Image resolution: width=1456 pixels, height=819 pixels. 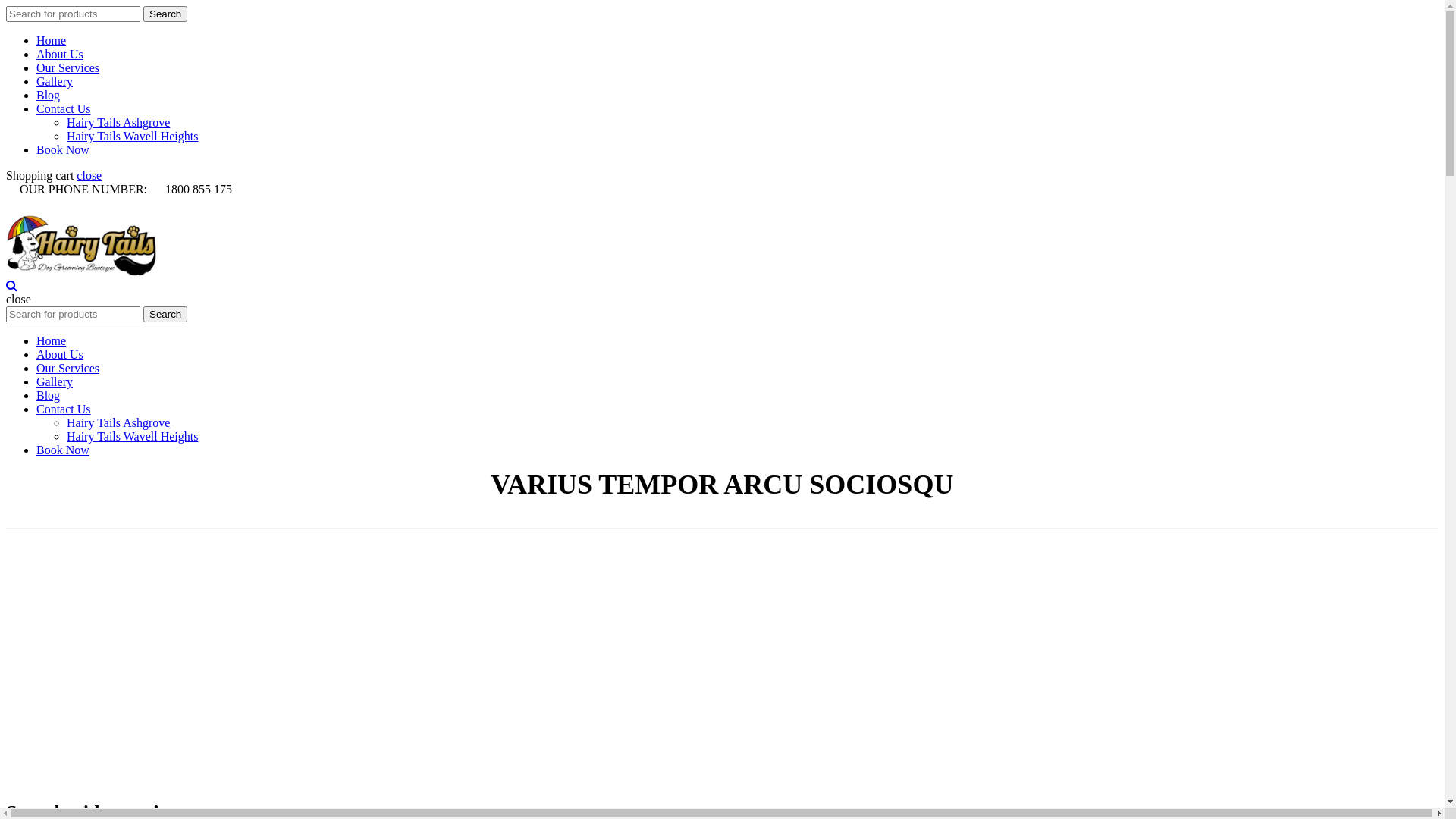 I want to click on 'Hairy Tails Wavell Heights', so click(x=132, y=135).